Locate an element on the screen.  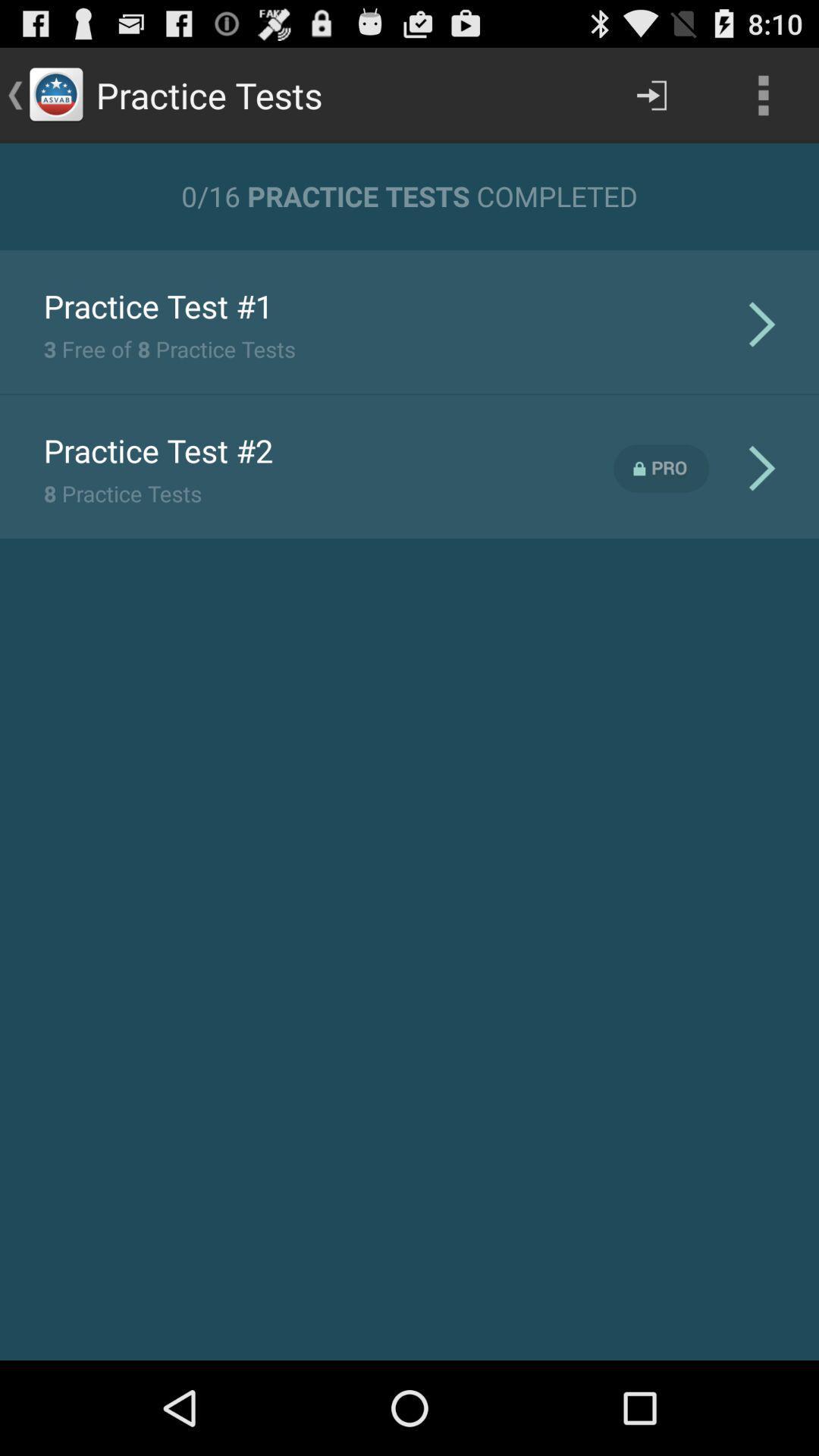
the first arrow icon is located at coordinates (762, 323).